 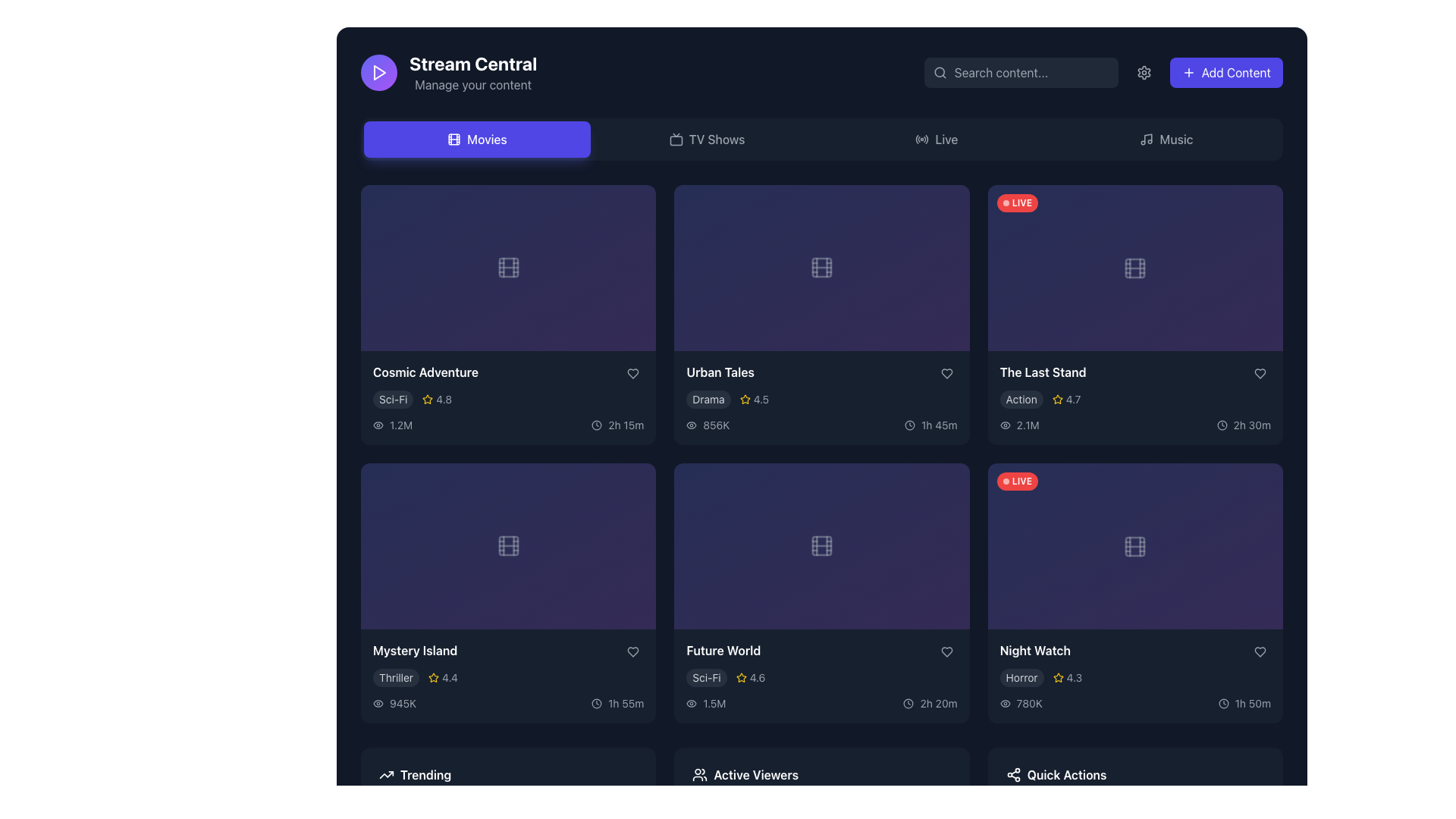 What do you see at coordinates (1226, 73) in the screenshot?
I see `the rectangular button with rounded corners labeled 'Add Content' to observe its hover effects` at bounding box center [1226, 73].